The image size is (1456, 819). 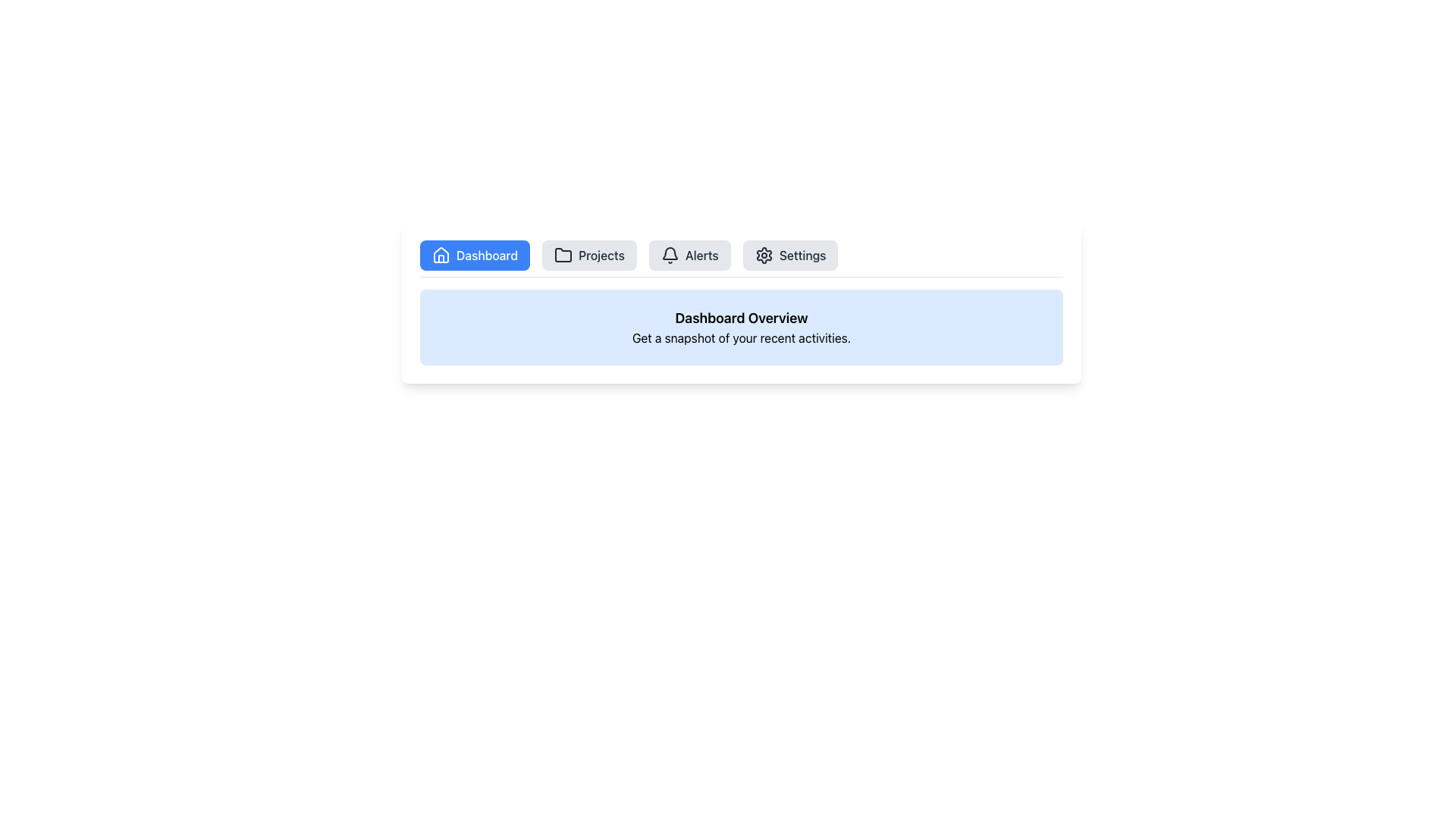 I want to click on the 'Projects' button, which features a folder icon and transitions to blue on hover, located in the horizontal navigation bar between 'Dashboard' and 'Alerts', so click(x=588, y=254).